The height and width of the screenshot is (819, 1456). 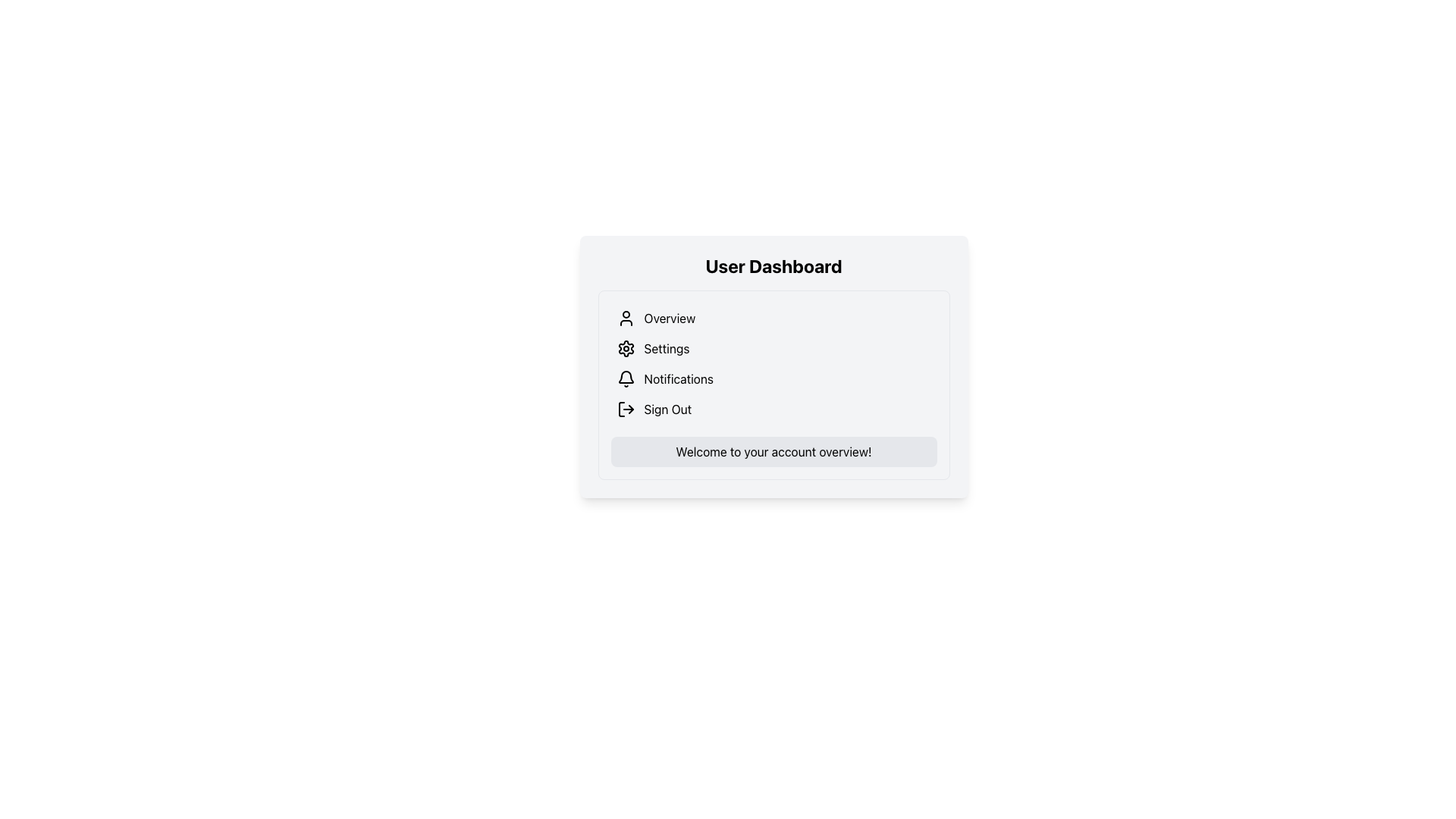 What do you see at coordinates (626, 348) in the screenshot?
I see `the gear-shaped icon representing the 'Settings' option` at bounding box center [626, 348].